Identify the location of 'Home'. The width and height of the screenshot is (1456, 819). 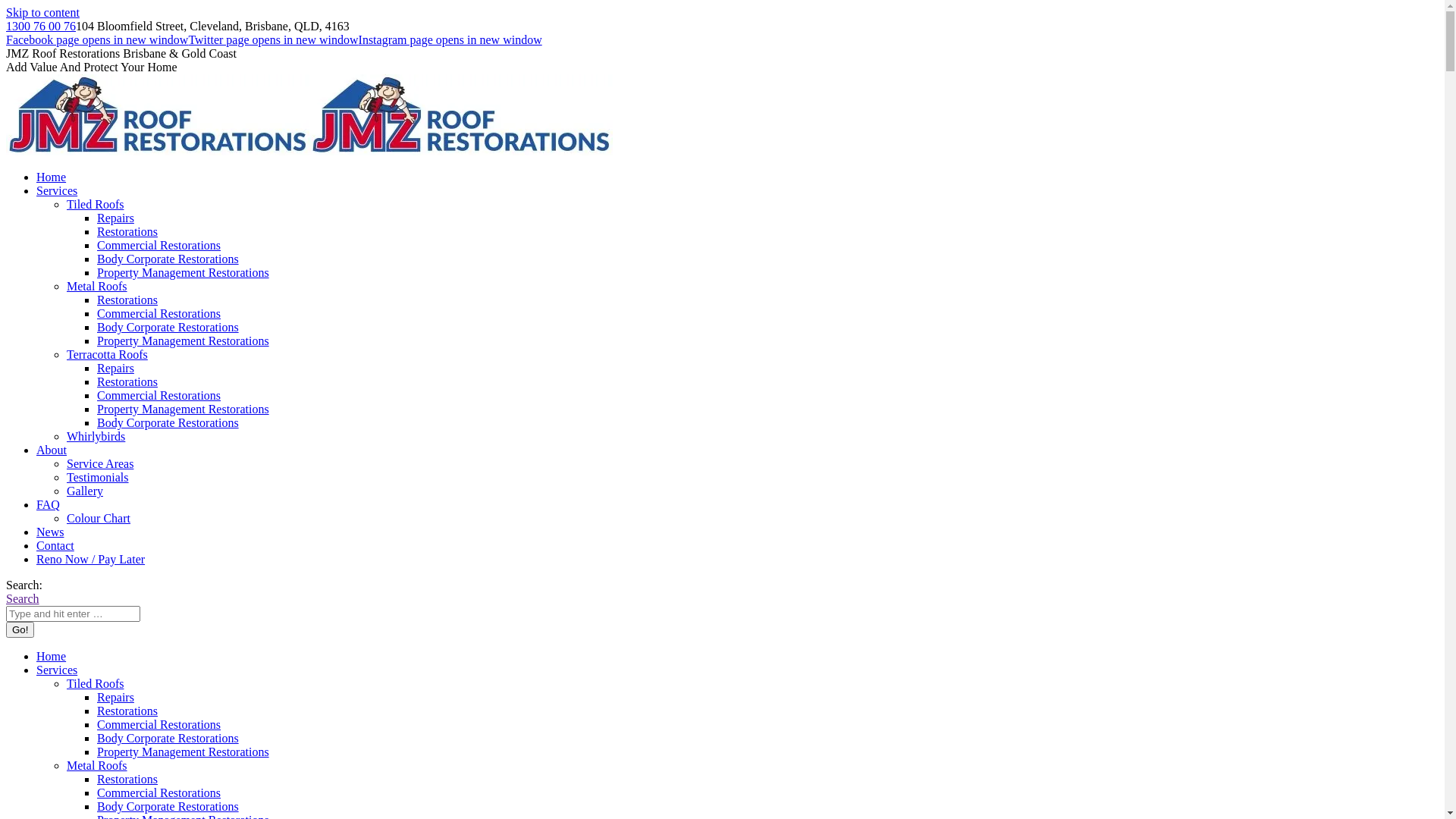
(51, 655).